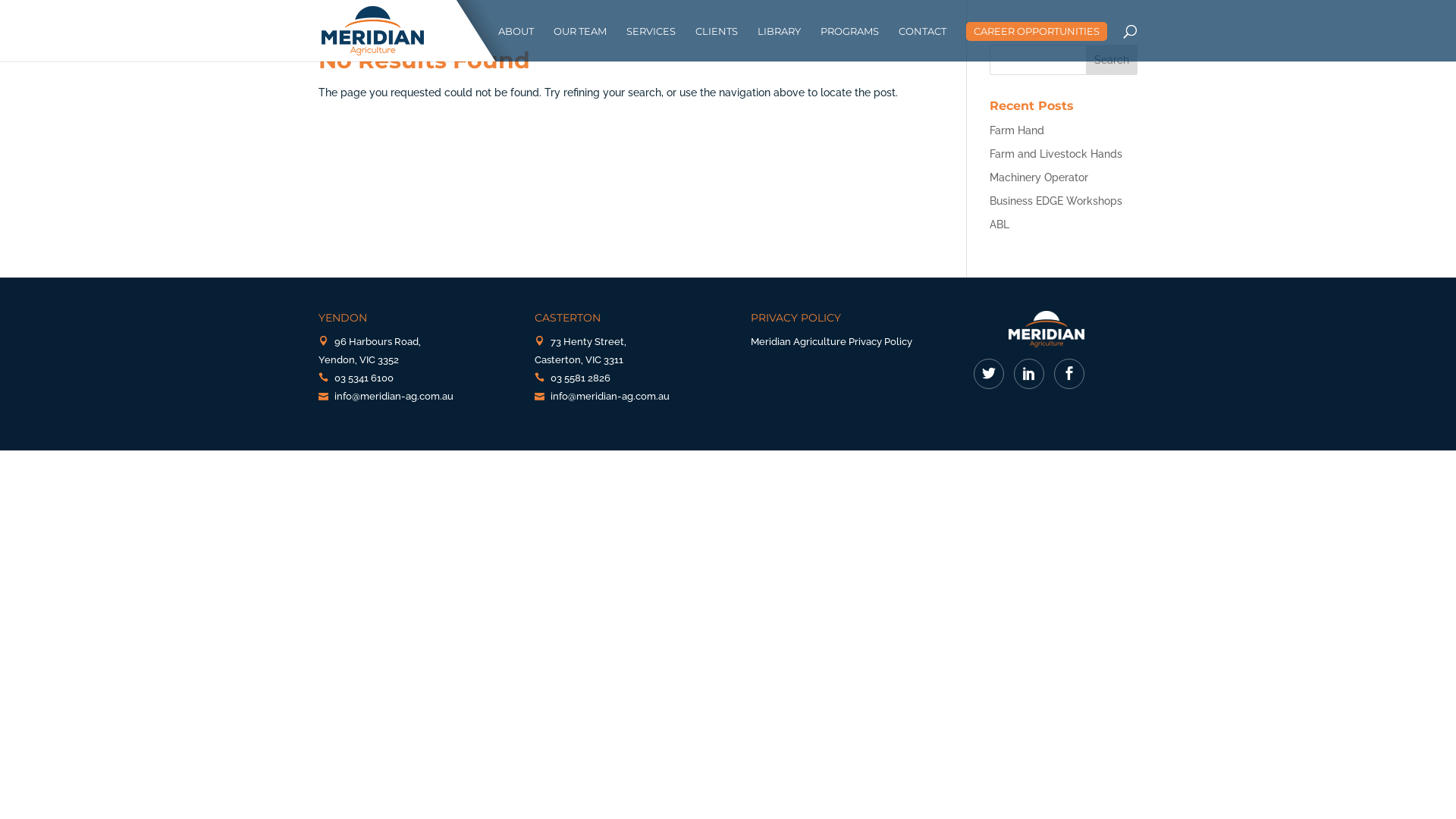 The image size is (1456, 819). Describe the element at coordinates (757, 42) in the screenshot. I see `'LIBRARY'` at that location.